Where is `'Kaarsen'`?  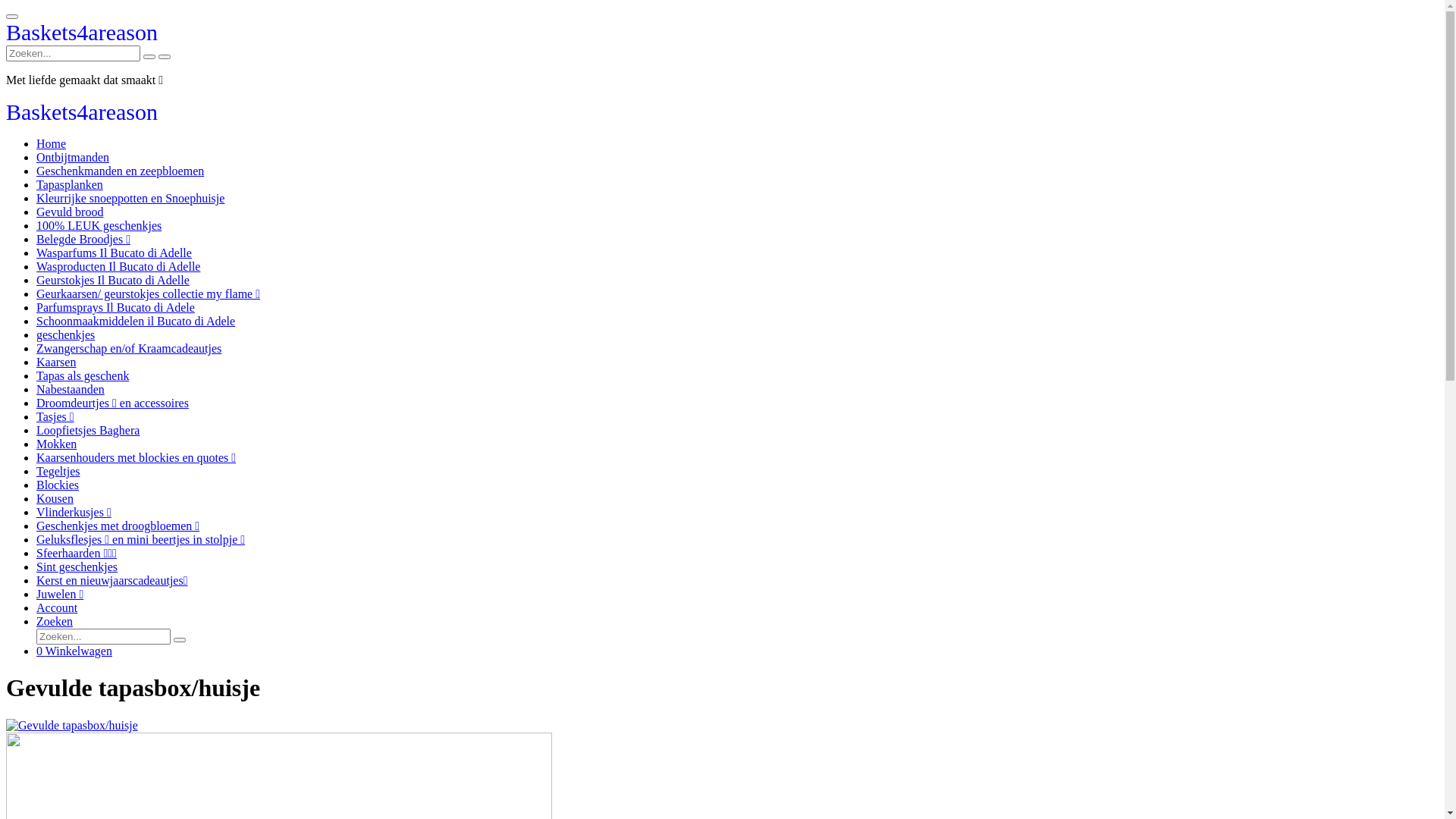
'Kaarsen' is located at coordinates (36, 362).